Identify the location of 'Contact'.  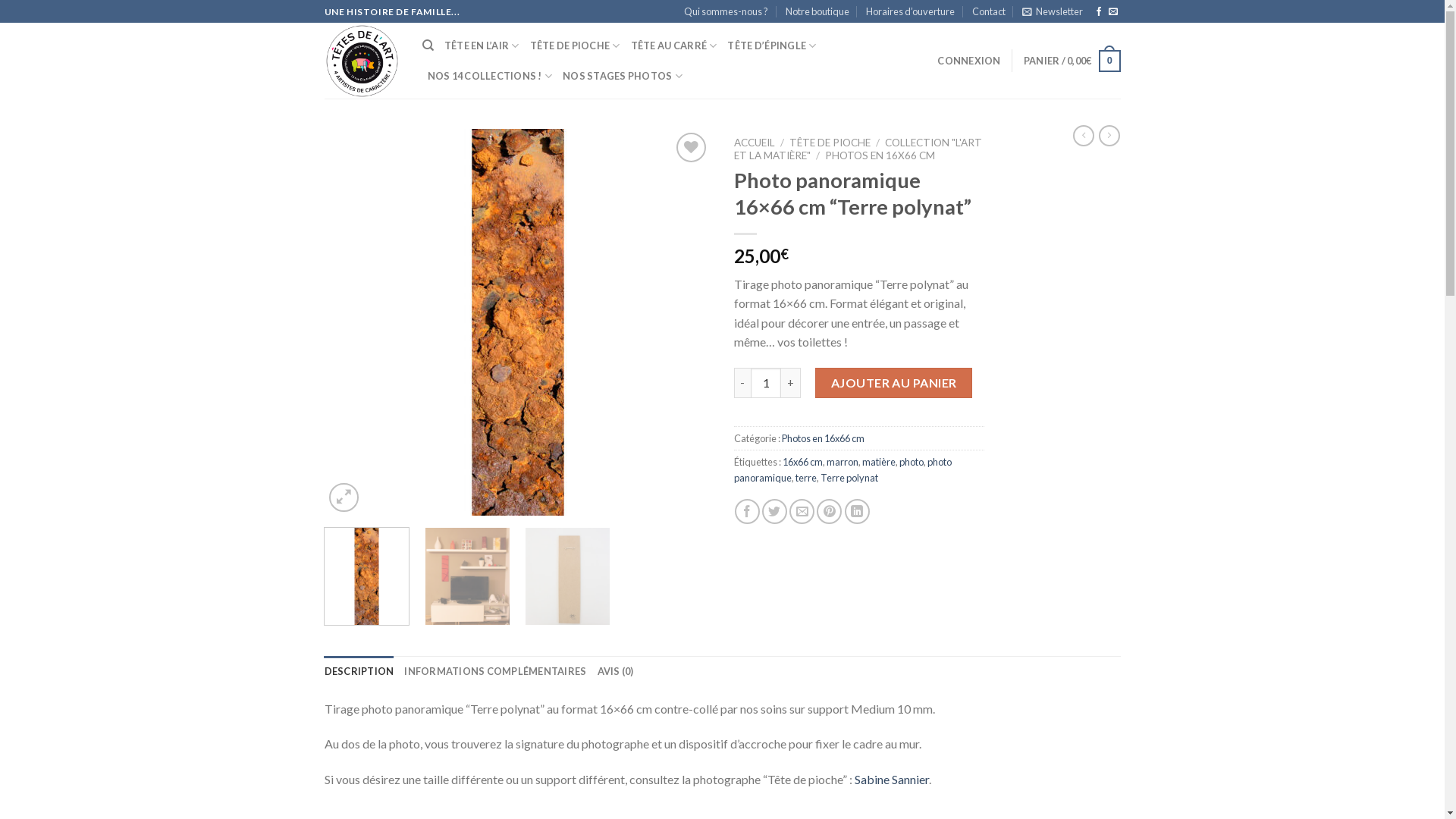
(989, 11).